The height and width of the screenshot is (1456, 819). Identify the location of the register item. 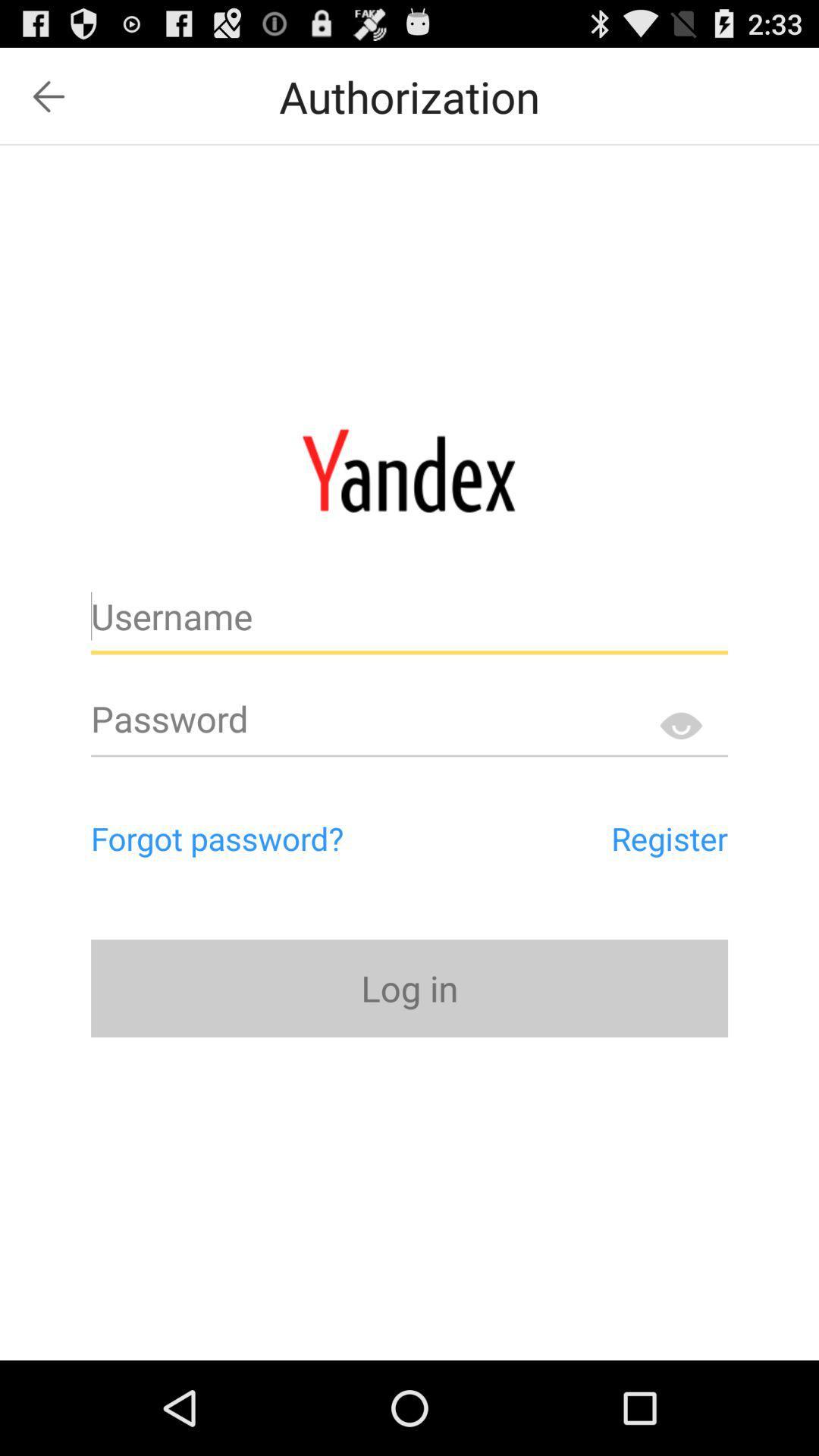
(599, 837).